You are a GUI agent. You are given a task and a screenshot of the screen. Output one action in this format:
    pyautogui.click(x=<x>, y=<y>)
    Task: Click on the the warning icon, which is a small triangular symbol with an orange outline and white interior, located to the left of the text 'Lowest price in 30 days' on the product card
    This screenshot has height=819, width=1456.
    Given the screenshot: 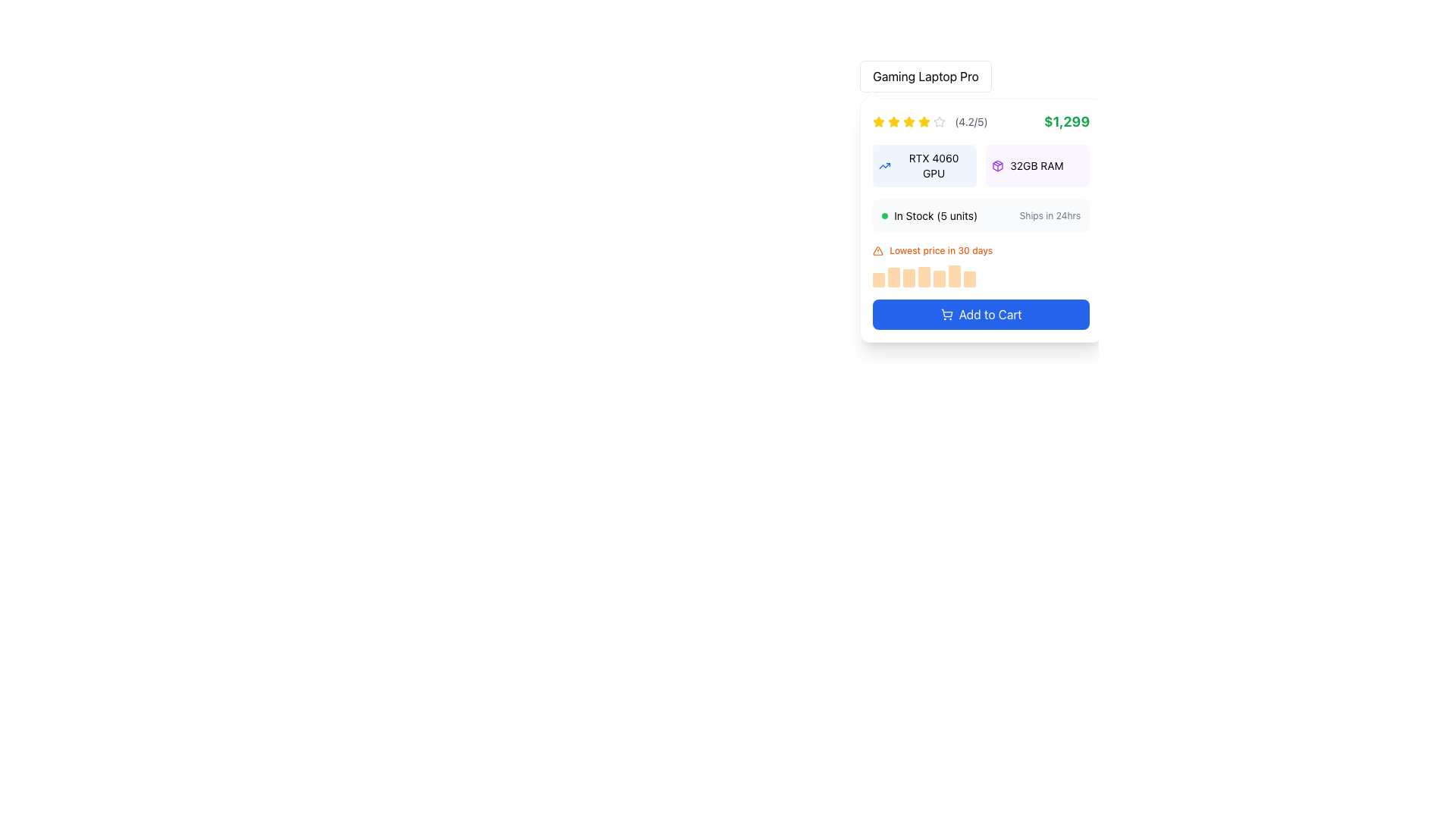 What is the action you would take?
    pyautogui.click(x=878, y=250)
    